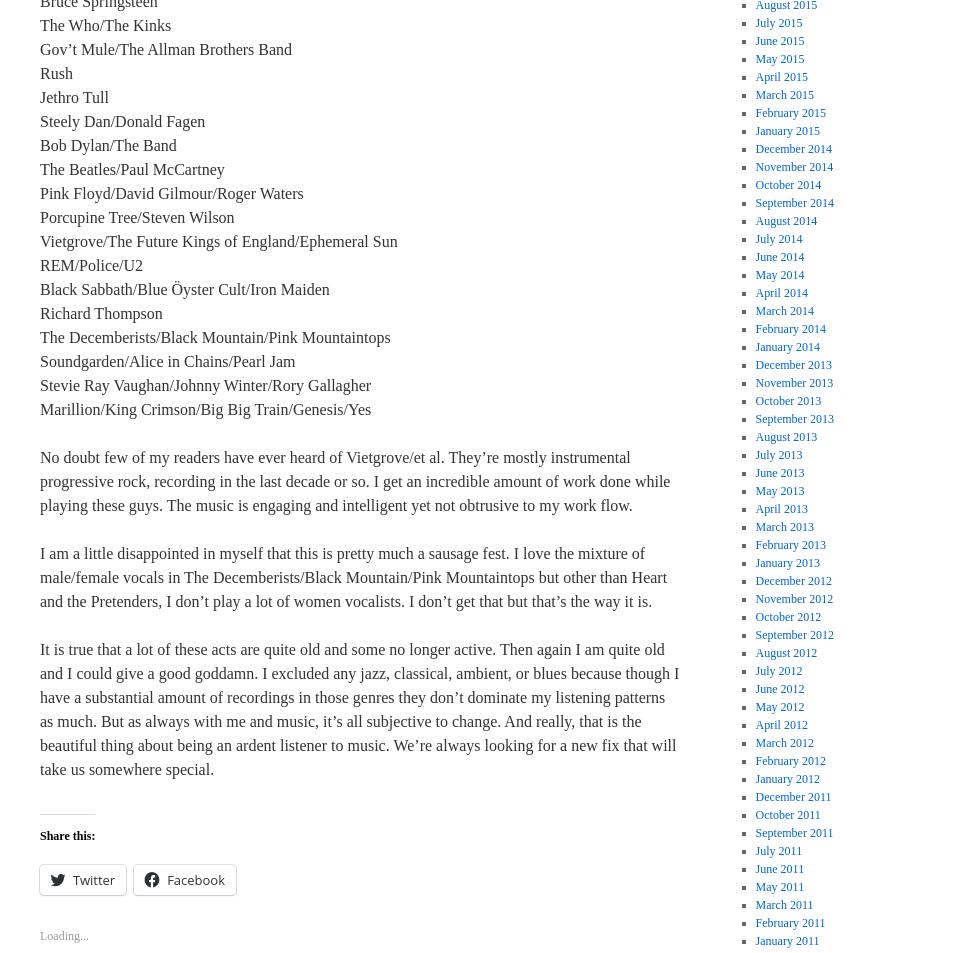 Image resolution: width=980 pixels, height=953 pixels. I want to click on 'January 2015', so click(787, 130).